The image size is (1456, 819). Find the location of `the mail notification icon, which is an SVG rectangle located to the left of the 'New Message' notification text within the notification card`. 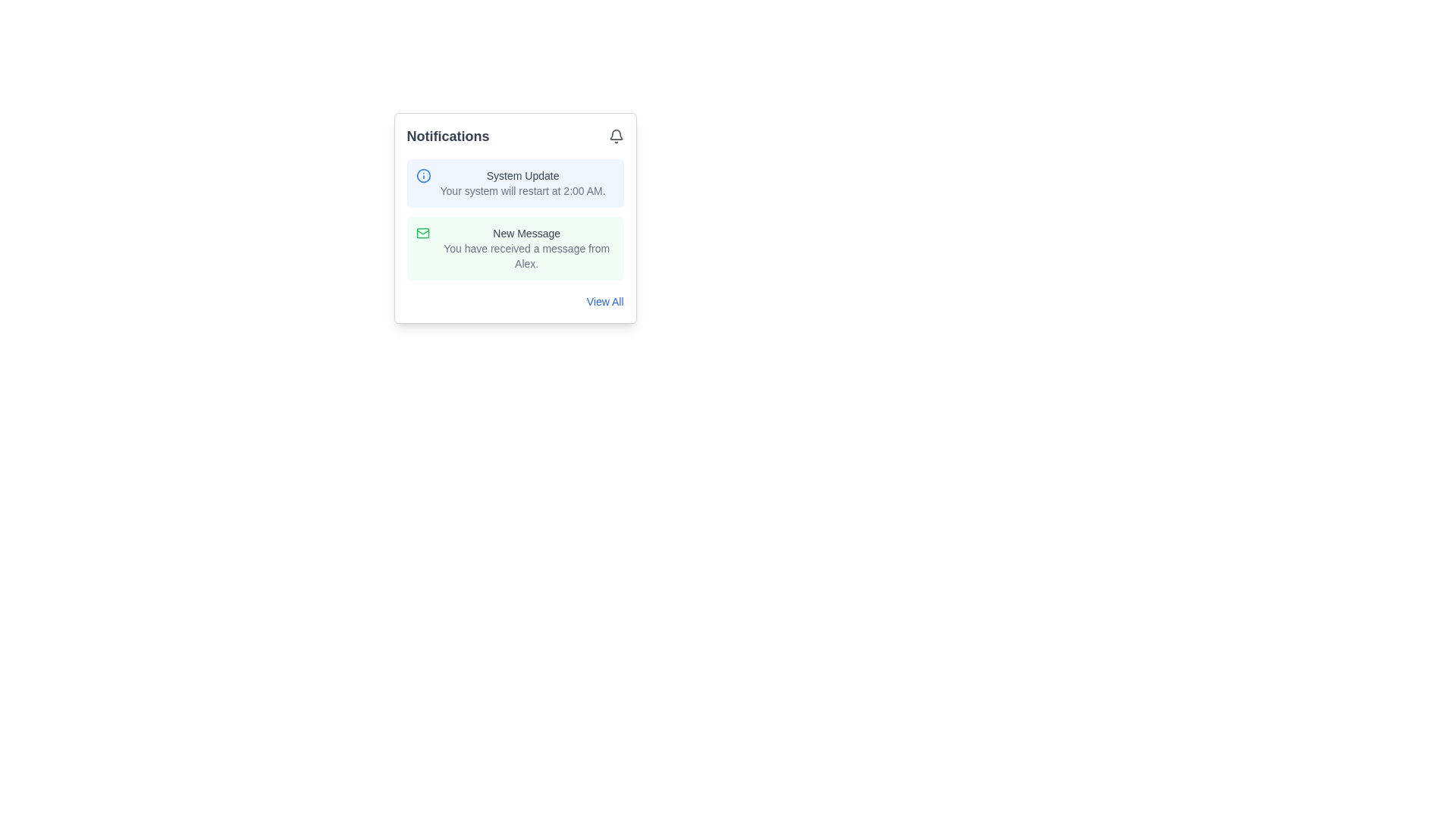

the mail notification icon, which is an SVG rectangle located to the left of the 'New Message' notification text within the notification card is located at coordinates (422, 234).